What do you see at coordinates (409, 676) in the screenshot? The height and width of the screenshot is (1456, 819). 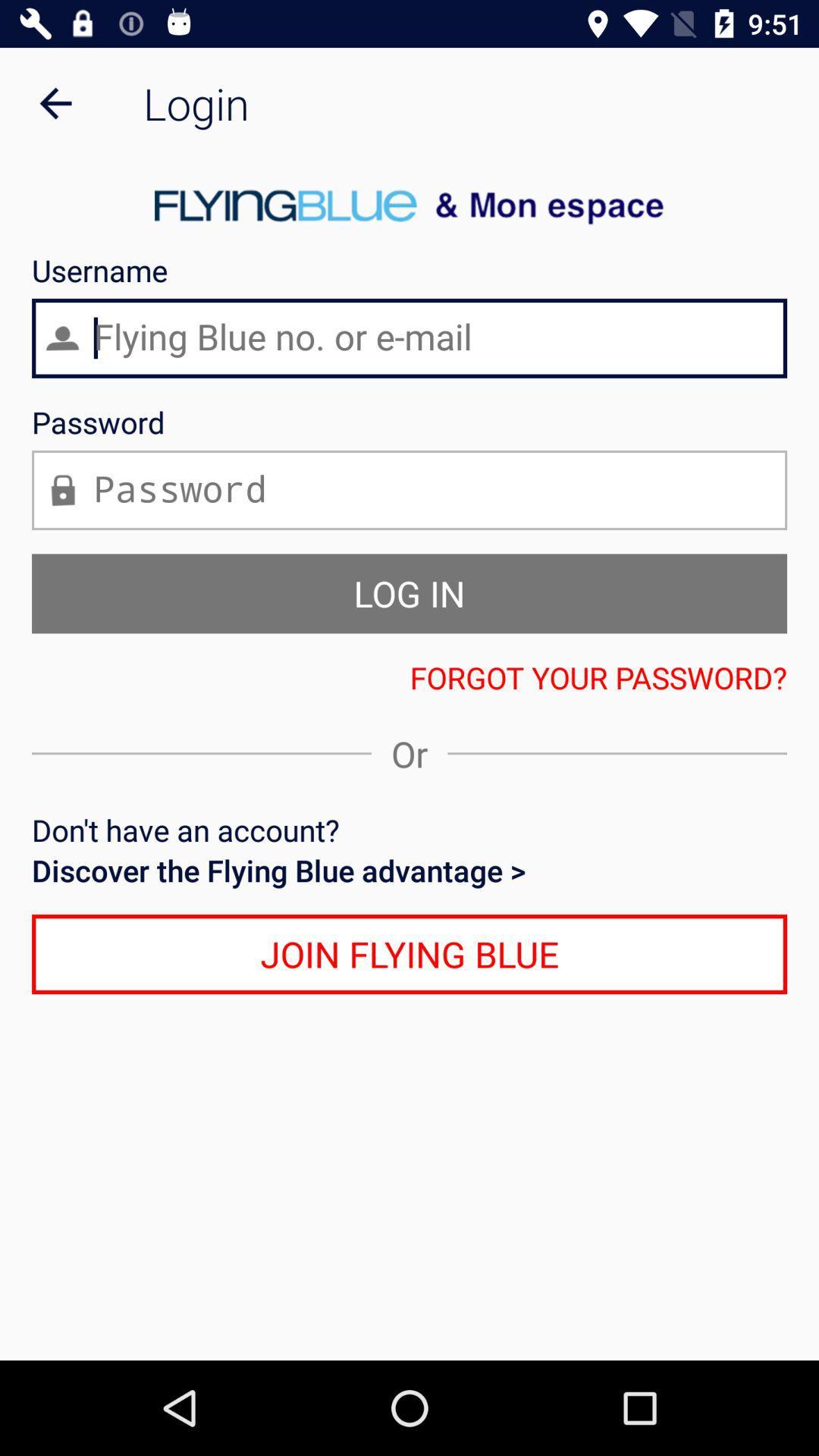 I see `the icon above the or` at bounding box center [409, 676].